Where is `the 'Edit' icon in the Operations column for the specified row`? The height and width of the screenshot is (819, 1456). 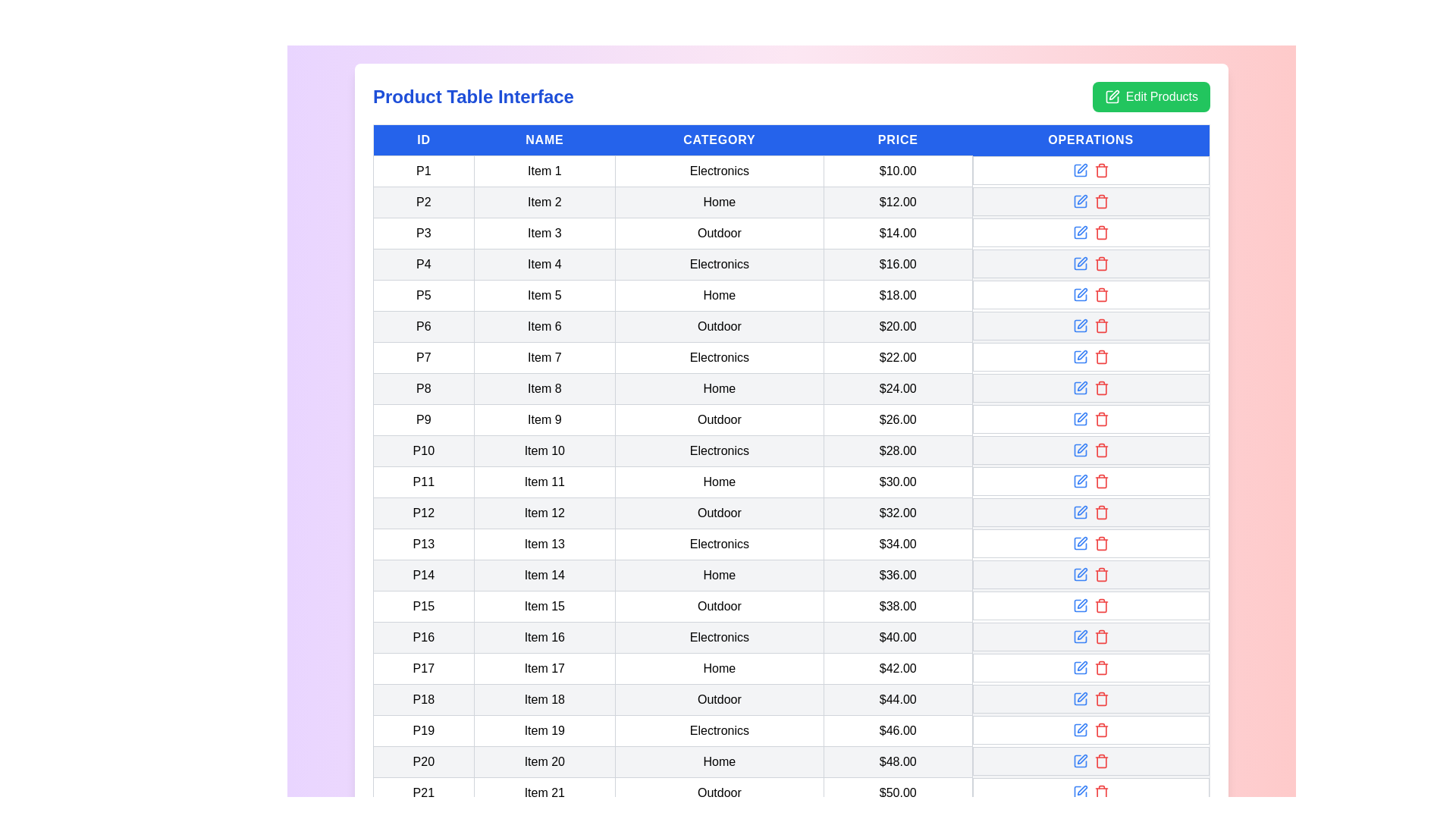
the 'Edit' icon in the Operations column for the specified row is located at coordinates (1079, 170).